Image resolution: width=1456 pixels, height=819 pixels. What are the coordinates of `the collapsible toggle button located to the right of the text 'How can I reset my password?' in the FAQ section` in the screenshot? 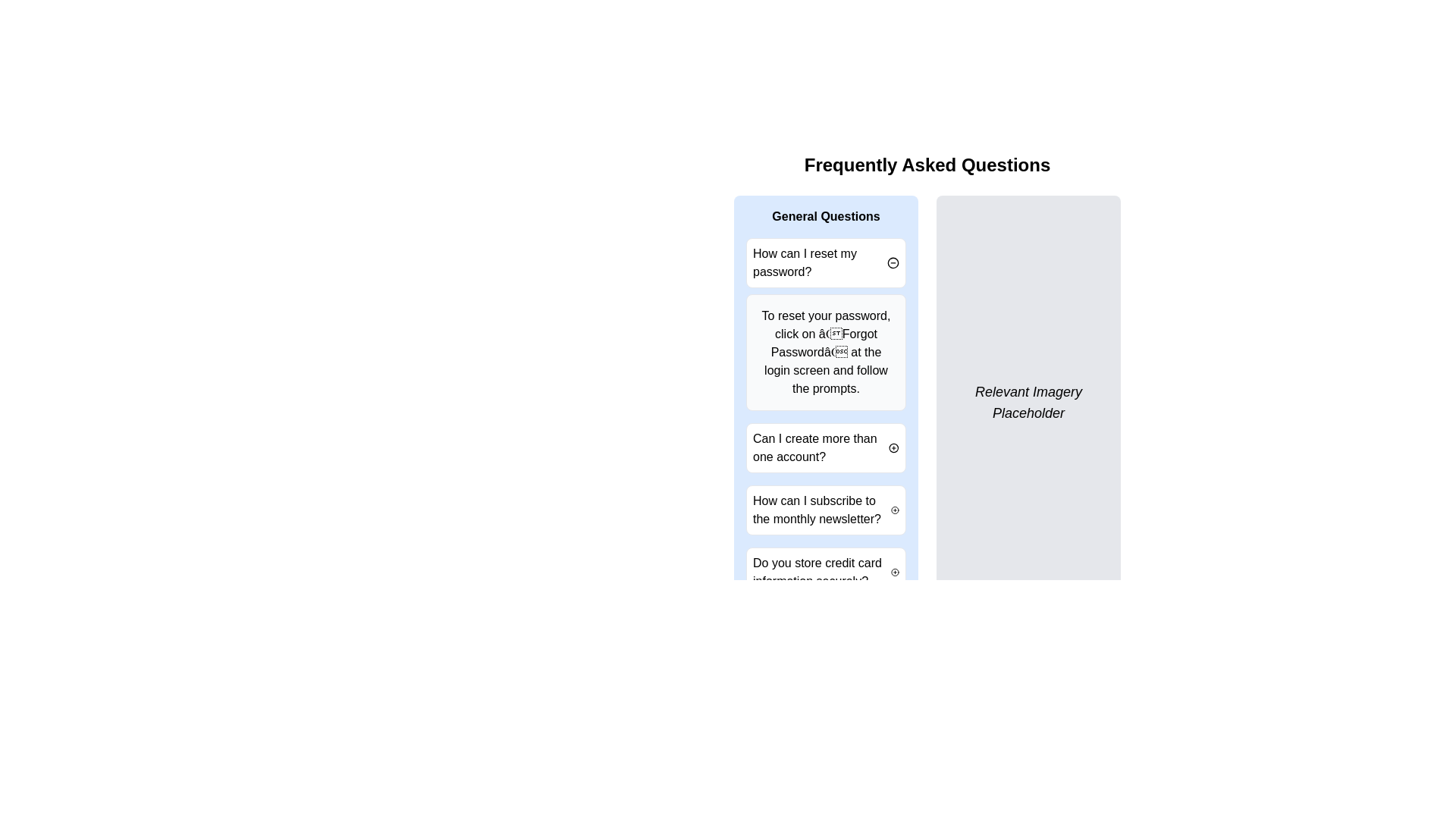 It's located at (893, 262).